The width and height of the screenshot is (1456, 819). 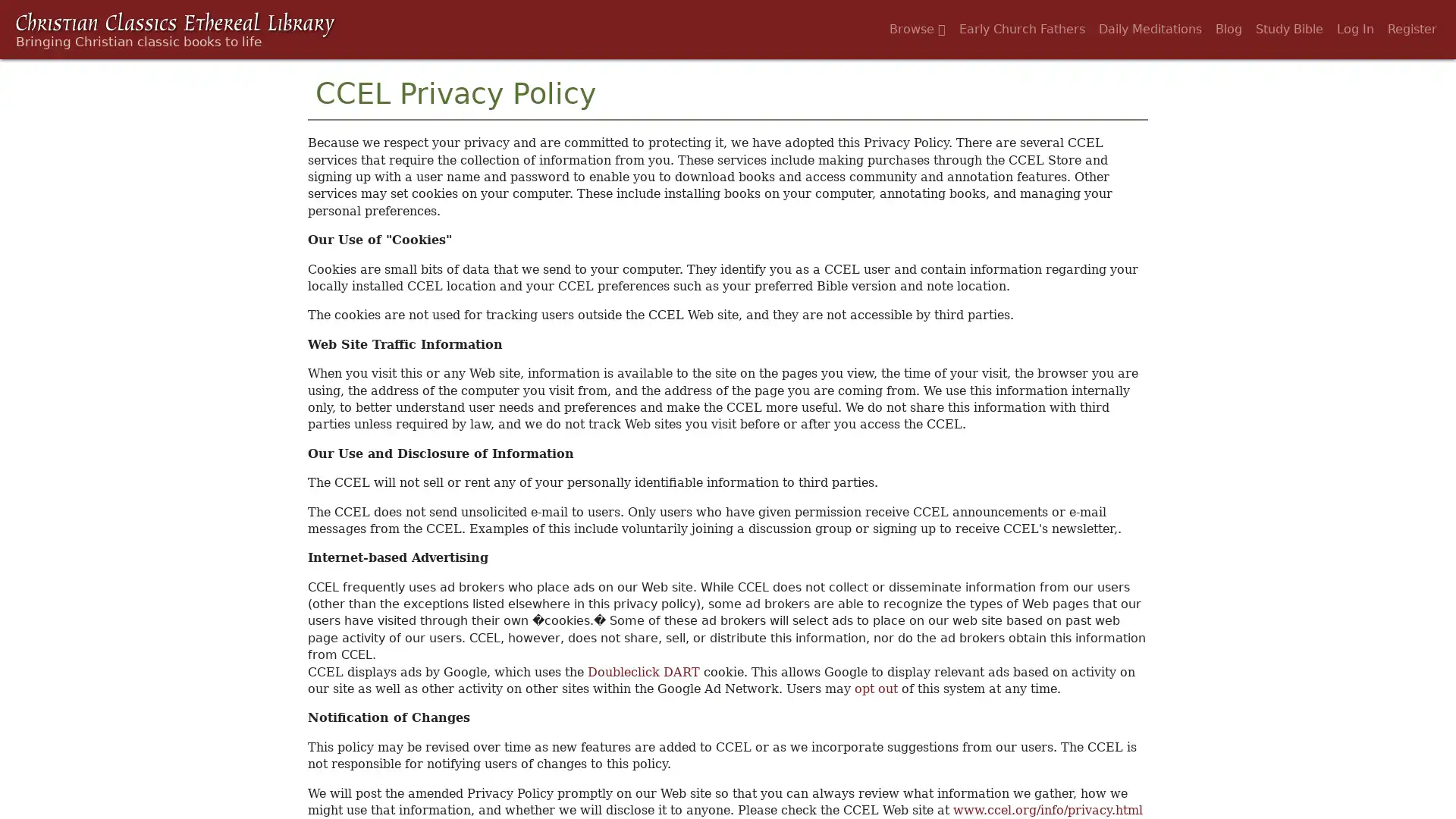 I want to click on Study Bible, so click(x=1288, y=29).